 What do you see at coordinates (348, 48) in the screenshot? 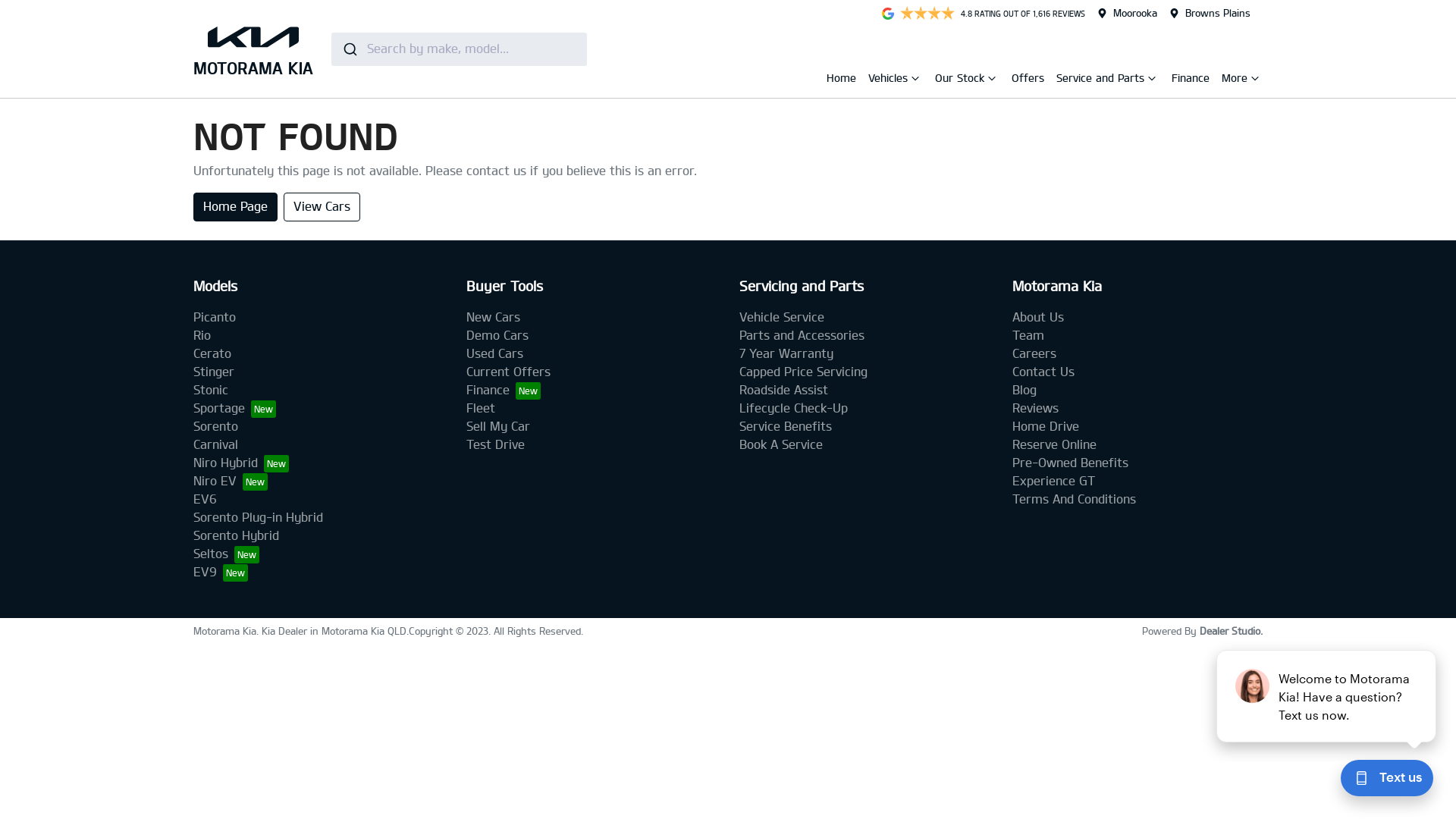
I see `'Submit'` at bounding box center [348, 48].